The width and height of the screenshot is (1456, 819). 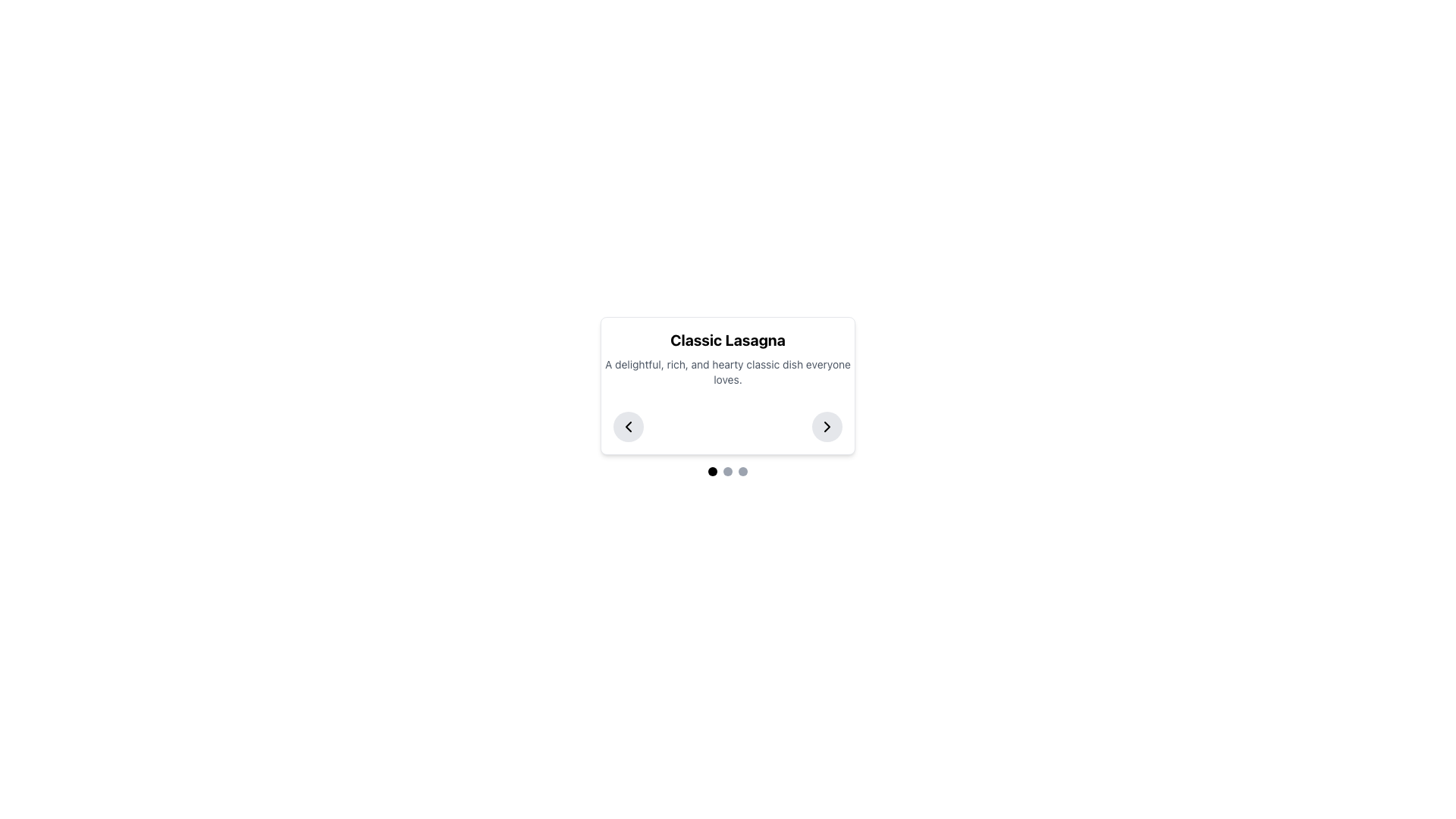 I want to click on the first Indicator Dot in the carousel representing the active state for 'Classic Lasagna', so click(x=712, y=470).